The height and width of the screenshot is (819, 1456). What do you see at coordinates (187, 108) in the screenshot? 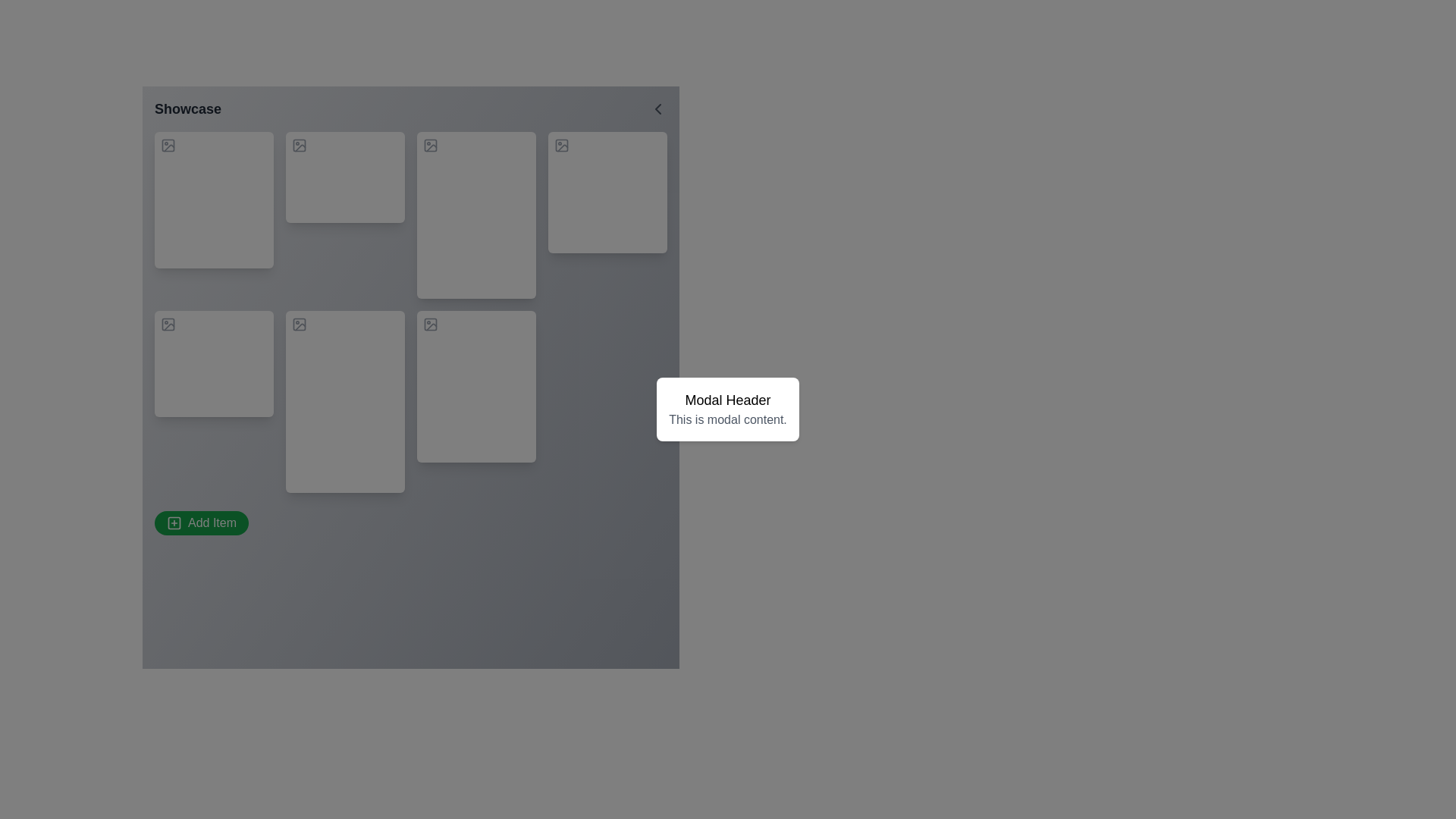
I see `the 'Showcase' text label, which serves as a title or heading in the interface, indicating the current context` at bounding box center [187, 108].